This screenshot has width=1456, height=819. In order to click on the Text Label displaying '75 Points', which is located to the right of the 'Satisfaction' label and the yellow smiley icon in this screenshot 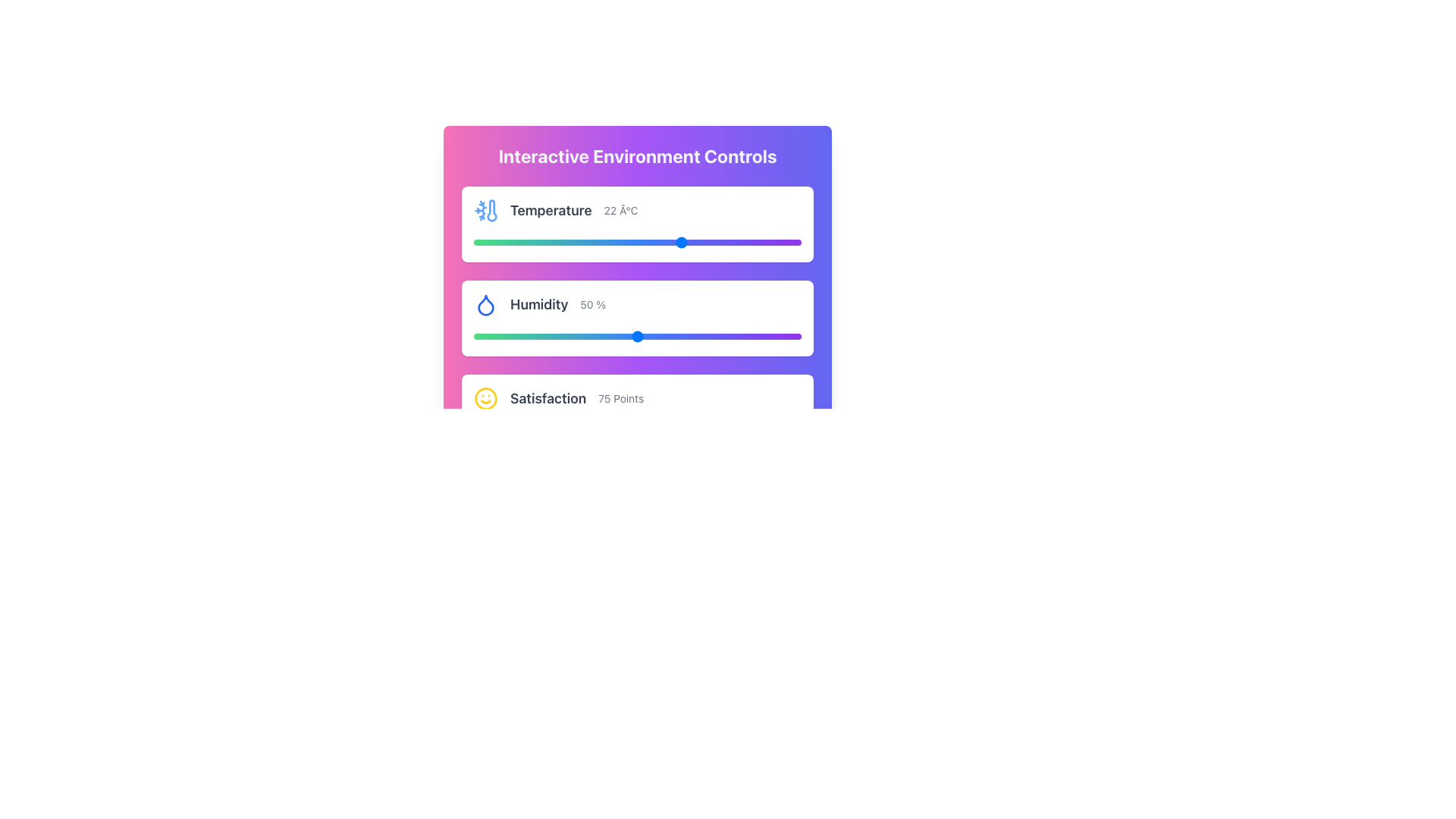, I will do `click(621, 397)`.